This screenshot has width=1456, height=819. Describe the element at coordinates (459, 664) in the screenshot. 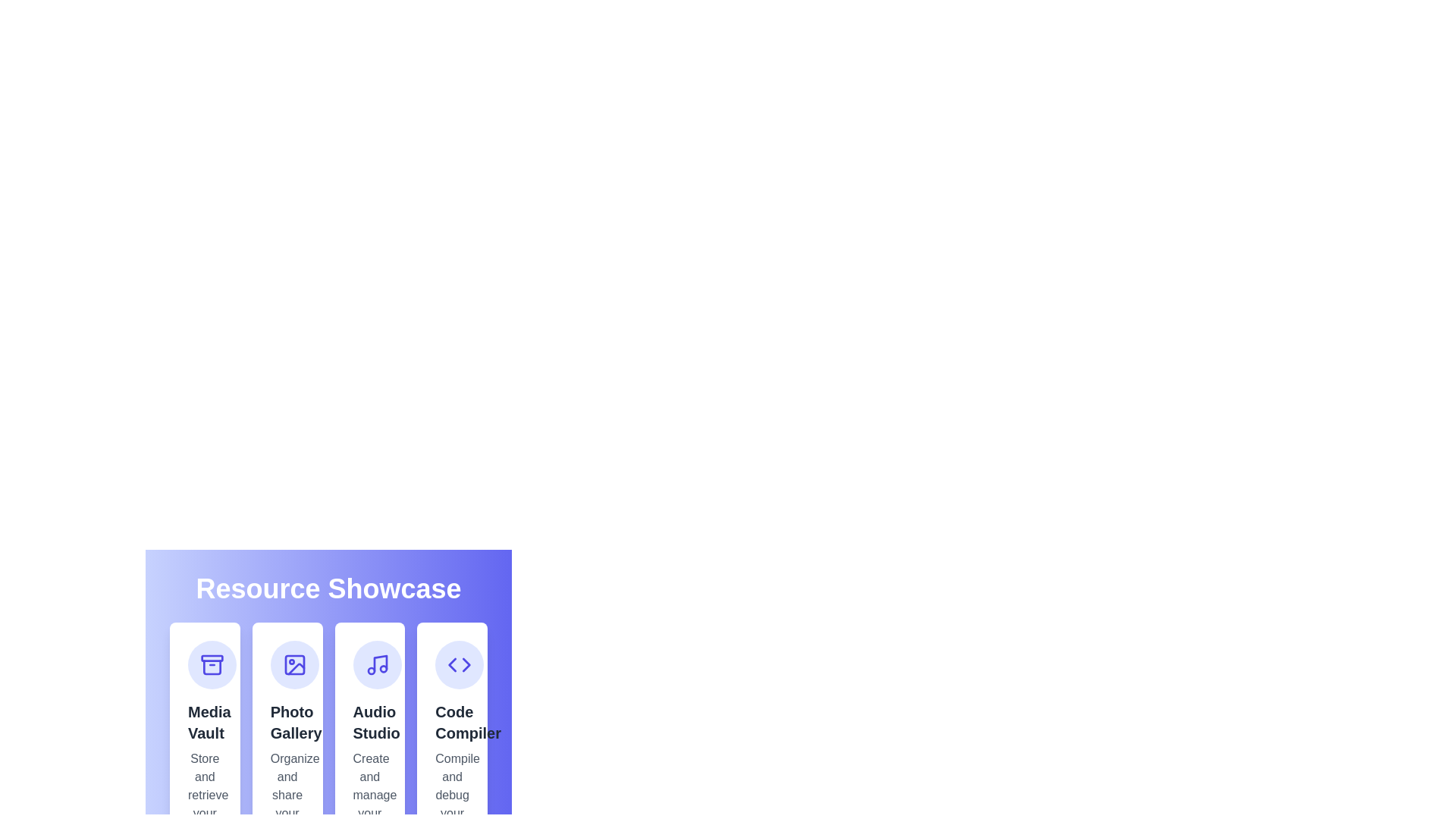

I see `the Decorative Icon element with a circular shape and code-related symbol, located at the top of the 'Code Compiler' card in the 'Resource Showcase' section` at that location.